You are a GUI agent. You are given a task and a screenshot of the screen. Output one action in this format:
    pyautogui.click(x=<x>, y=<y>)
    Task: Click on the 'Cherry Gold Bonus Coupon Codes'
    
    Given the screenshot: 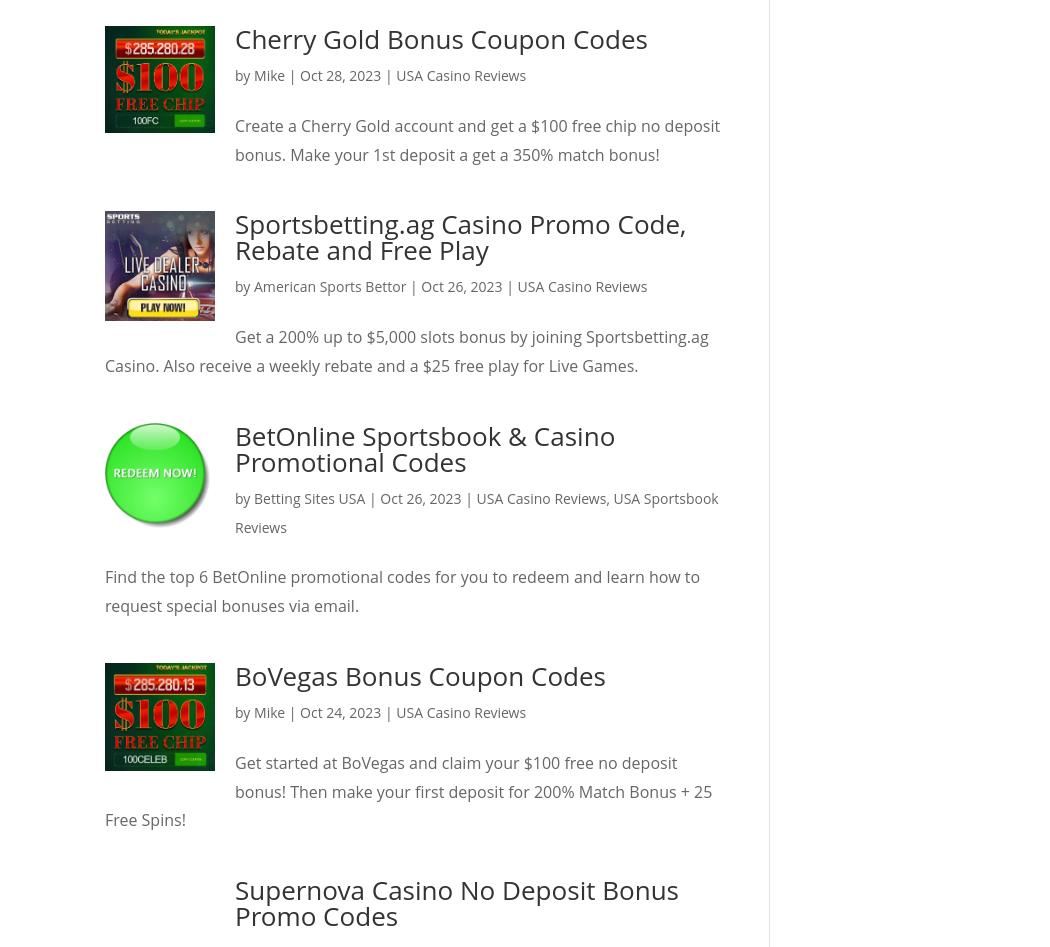 What is the action you would take?
    pyautogui.click(x=440, y=39)
    